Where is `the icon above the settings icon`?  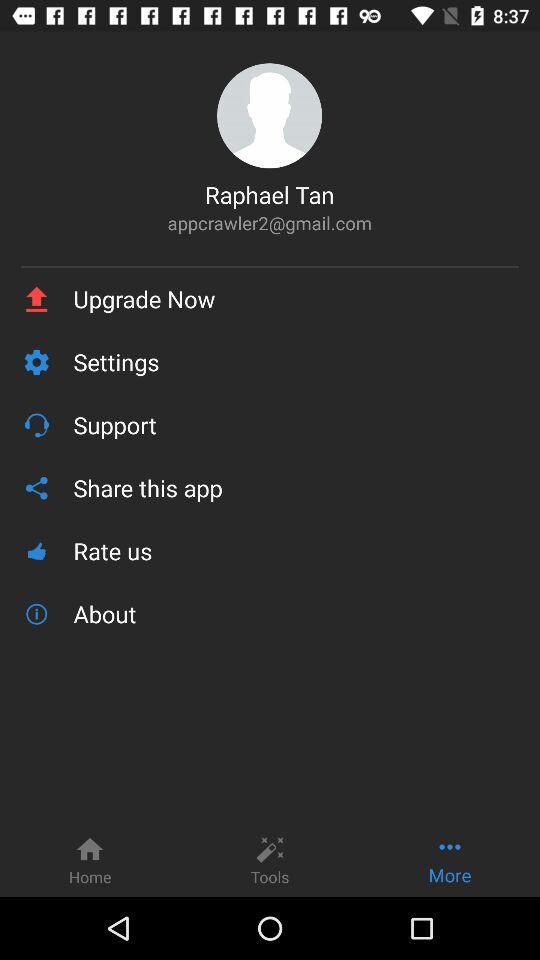 the icon above the settings icon is located at coordinates (295, 298).